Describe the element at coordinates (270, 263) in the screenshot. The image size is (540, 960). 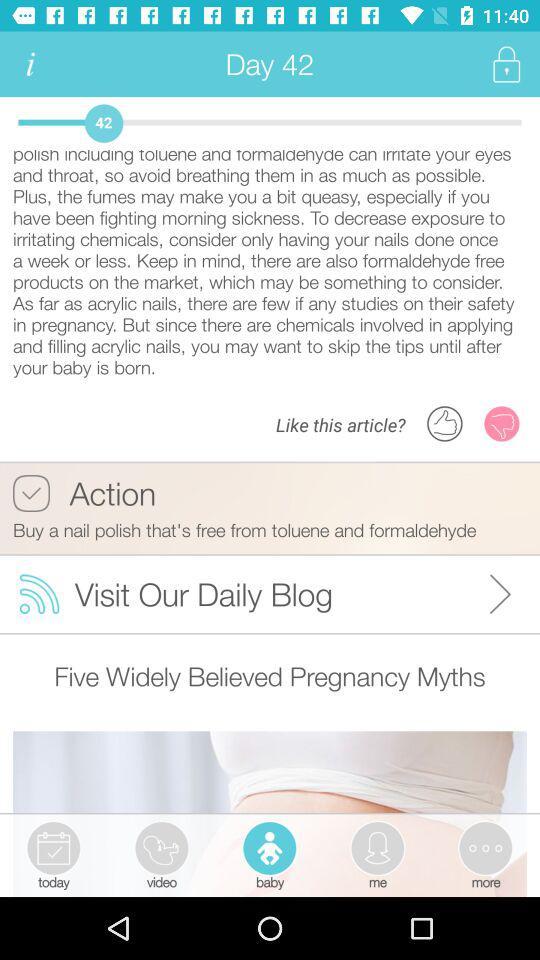
I see `thanks to your icon` at that location.